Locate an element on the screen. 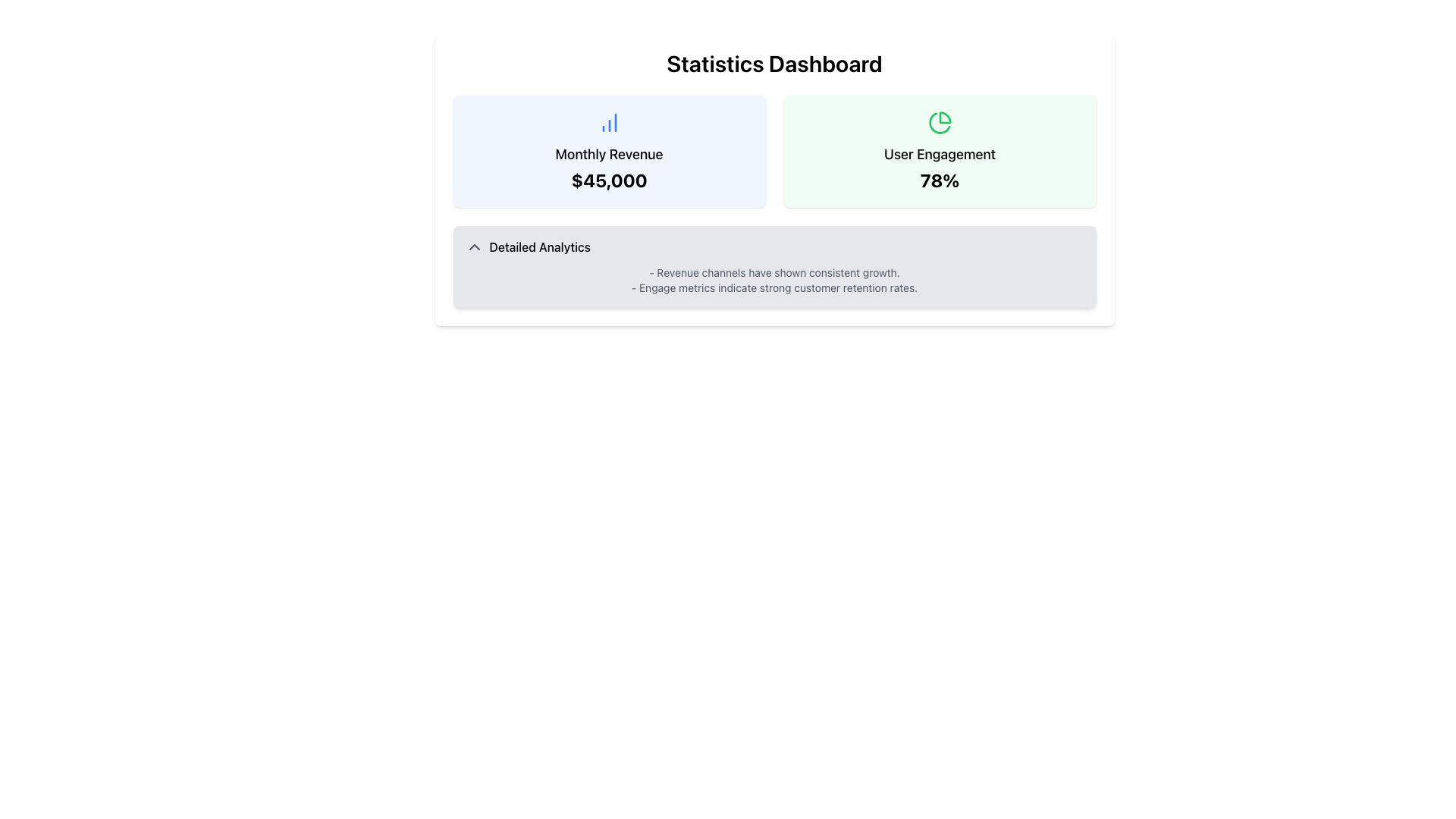 This screenshot has width=1456, height=819. the Informational Card that displays monthly revenue metrics, located in the left column below the 'Statistics Dashboard' heading is located at coordinates (609, 152).